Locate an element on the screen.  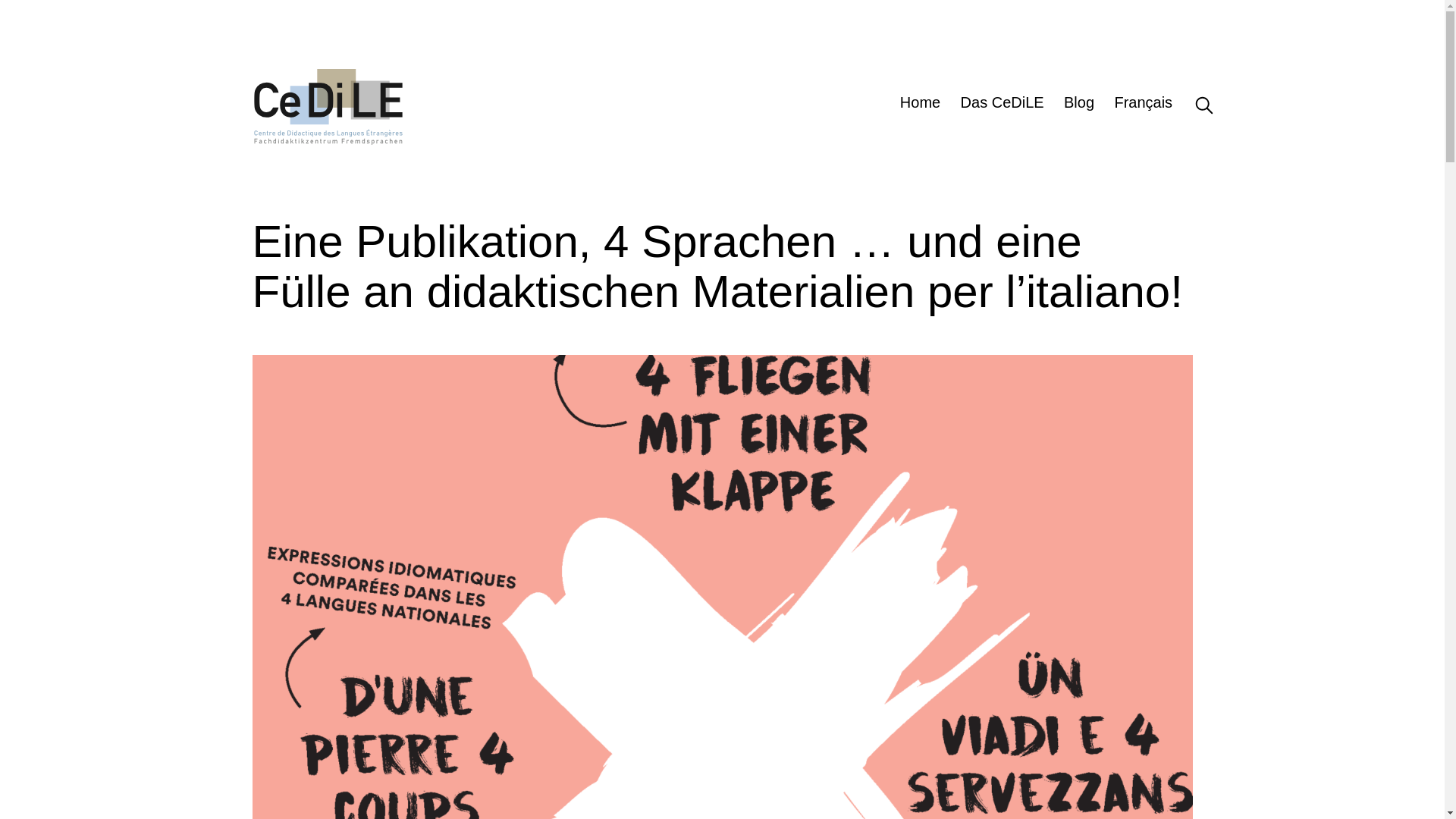
'Home' is located at coordinates (920, 104).